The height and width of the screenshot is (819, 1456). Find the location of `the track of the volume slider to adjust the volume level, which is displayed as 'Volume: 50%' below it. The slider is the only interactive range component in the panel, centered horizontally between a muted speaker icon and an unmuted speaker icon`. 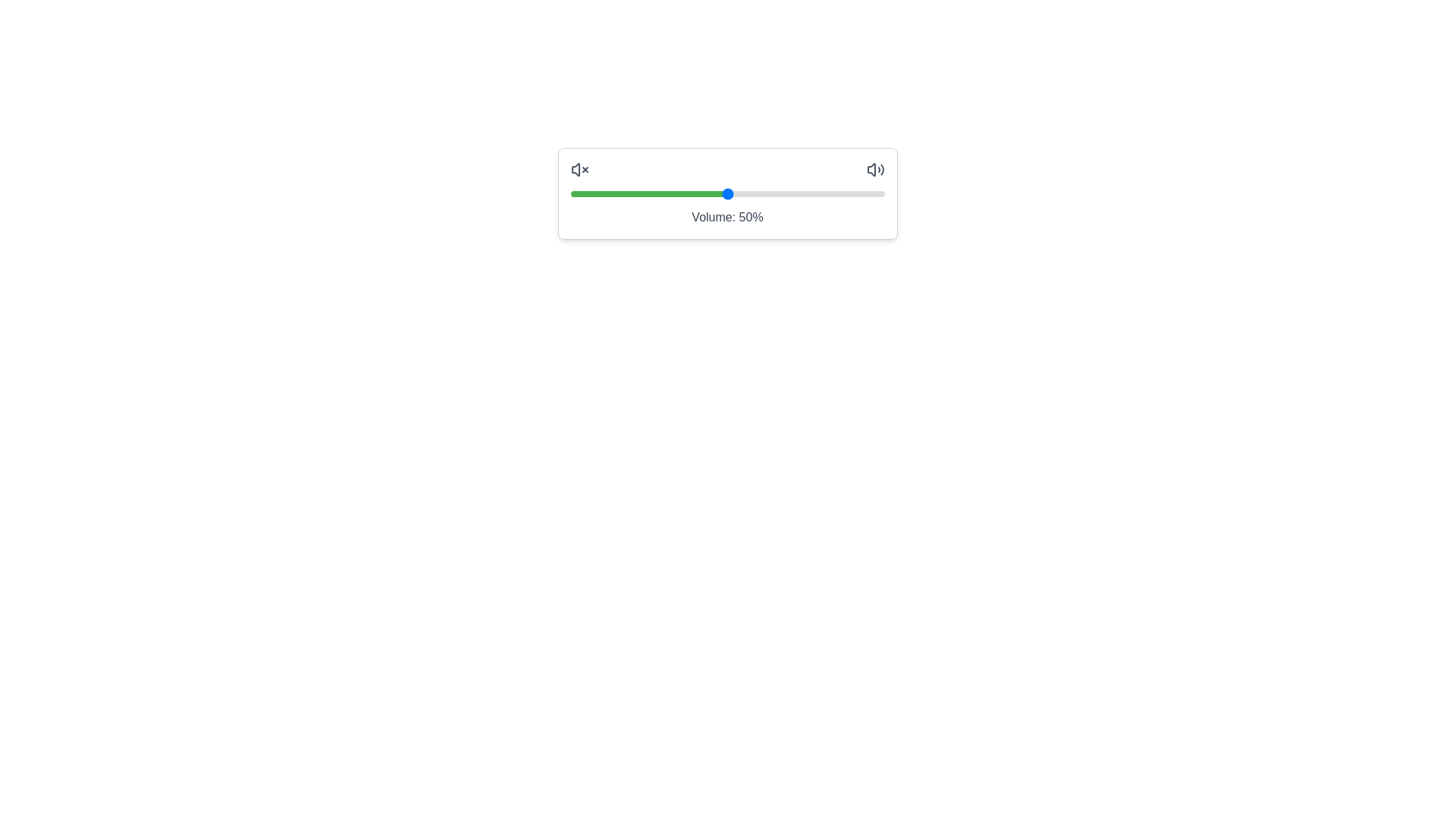

the track of the volume slider to adjust the volume level, which is displayed as 'Volume: 50%' below it. The slider is the only interactive range component in the panel, centered horizontally between a muted speaker icon and an unmuted speaker icon is located at coordinates (726, 193).